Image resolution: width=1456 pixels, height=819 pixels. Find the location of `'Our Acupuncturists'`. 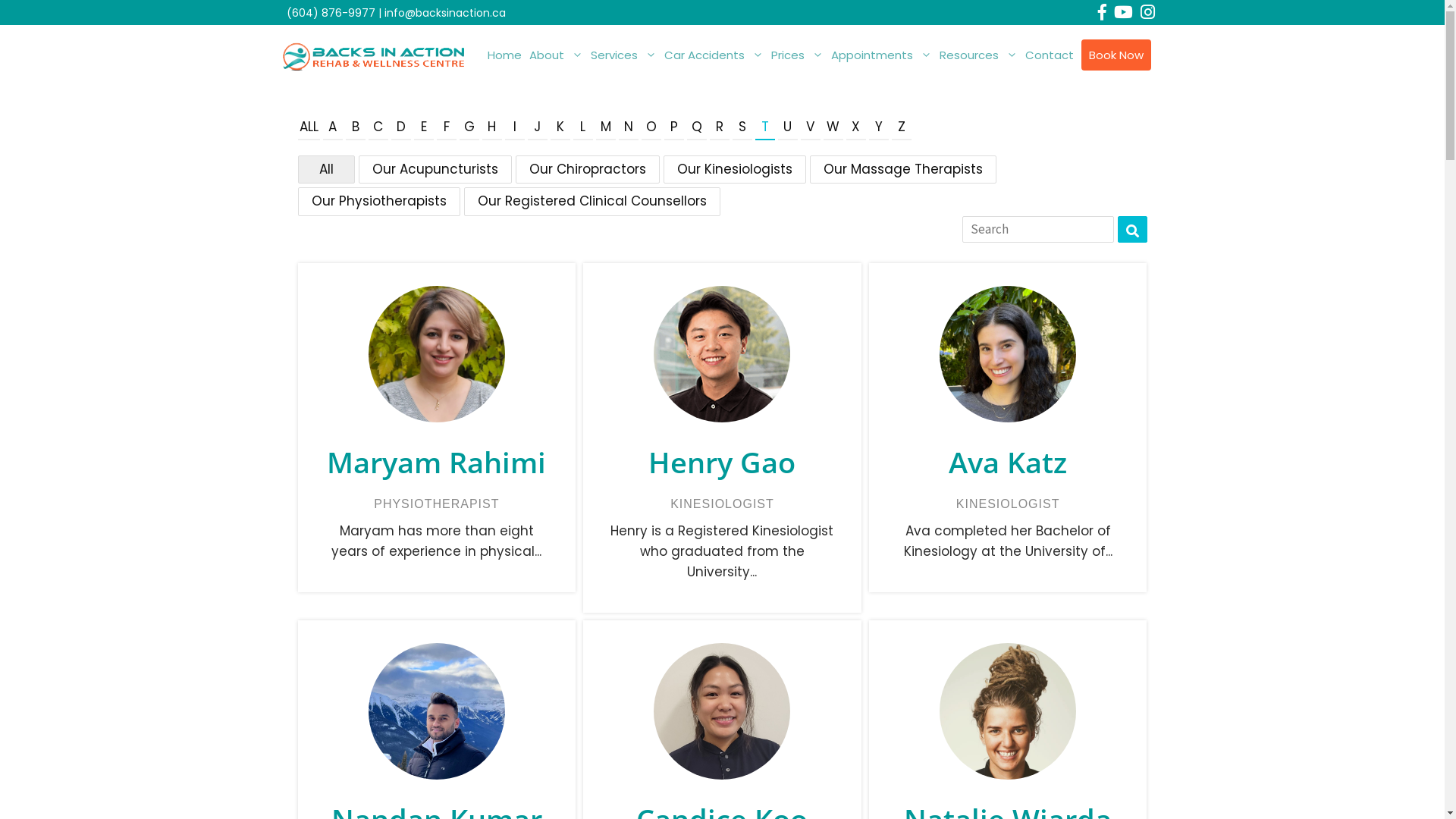

'Our Acupuncturists' is located at coordinates (433, 168).